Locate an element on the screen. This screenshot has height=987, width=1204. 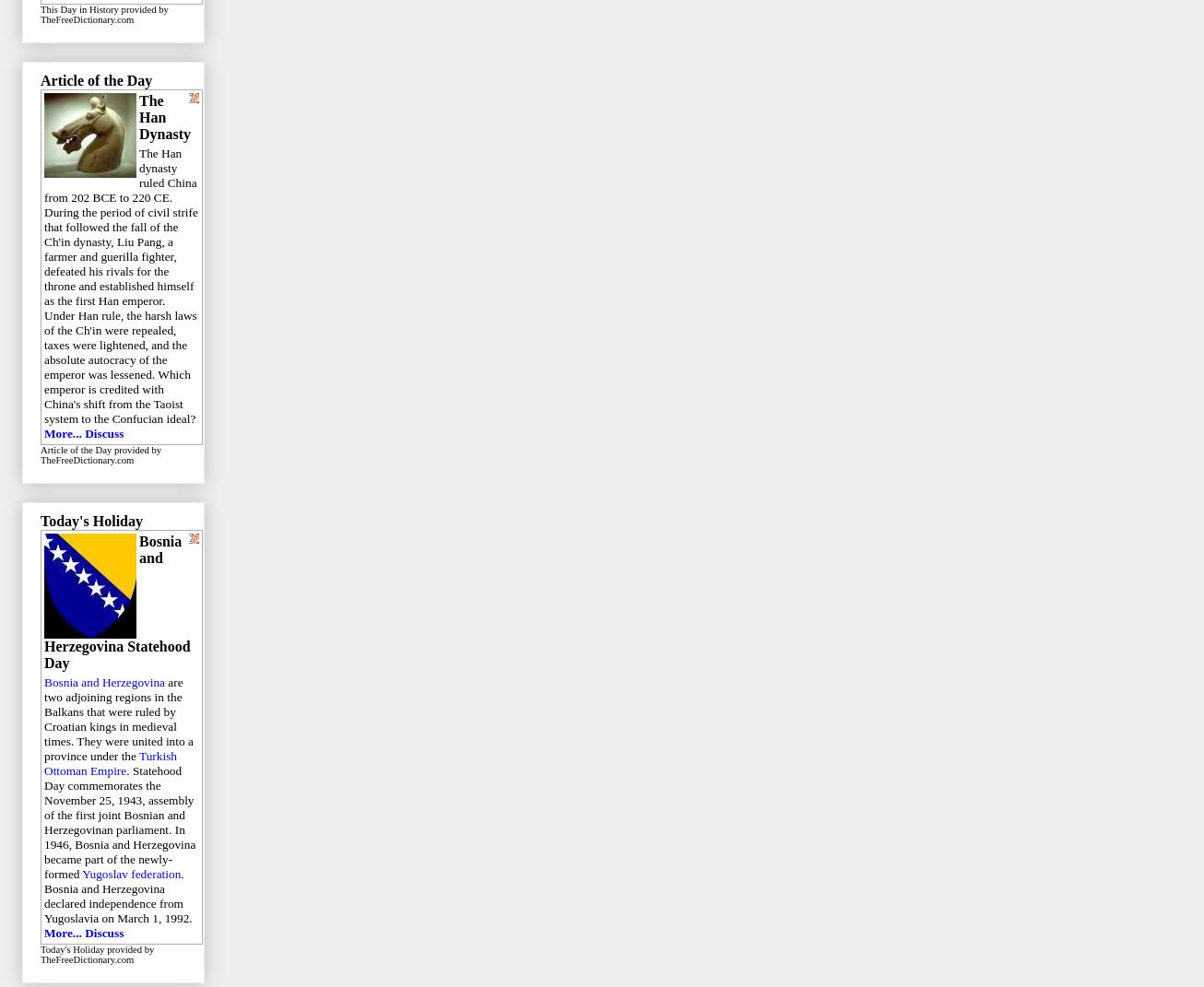
'Bosnia and Herzegovina' is located at coordinates (103, 682).